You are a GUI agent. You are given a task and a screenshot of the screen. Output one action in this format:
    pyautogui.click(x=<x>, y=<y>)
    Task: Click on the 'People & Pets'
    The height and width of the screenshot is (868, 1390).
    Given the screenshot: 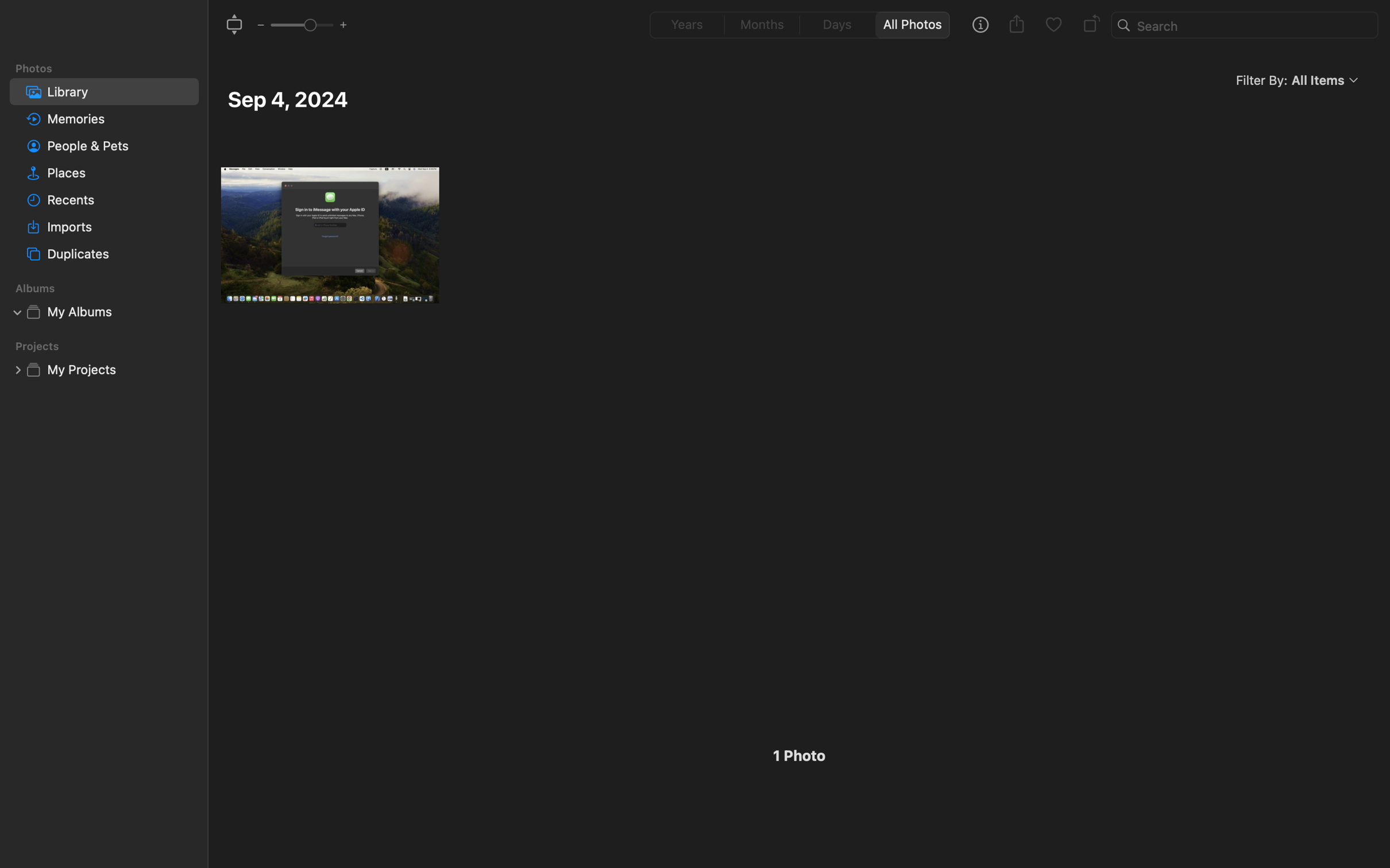 What is the action you would take?
    pyautogui.click(x=119, y=145)
    